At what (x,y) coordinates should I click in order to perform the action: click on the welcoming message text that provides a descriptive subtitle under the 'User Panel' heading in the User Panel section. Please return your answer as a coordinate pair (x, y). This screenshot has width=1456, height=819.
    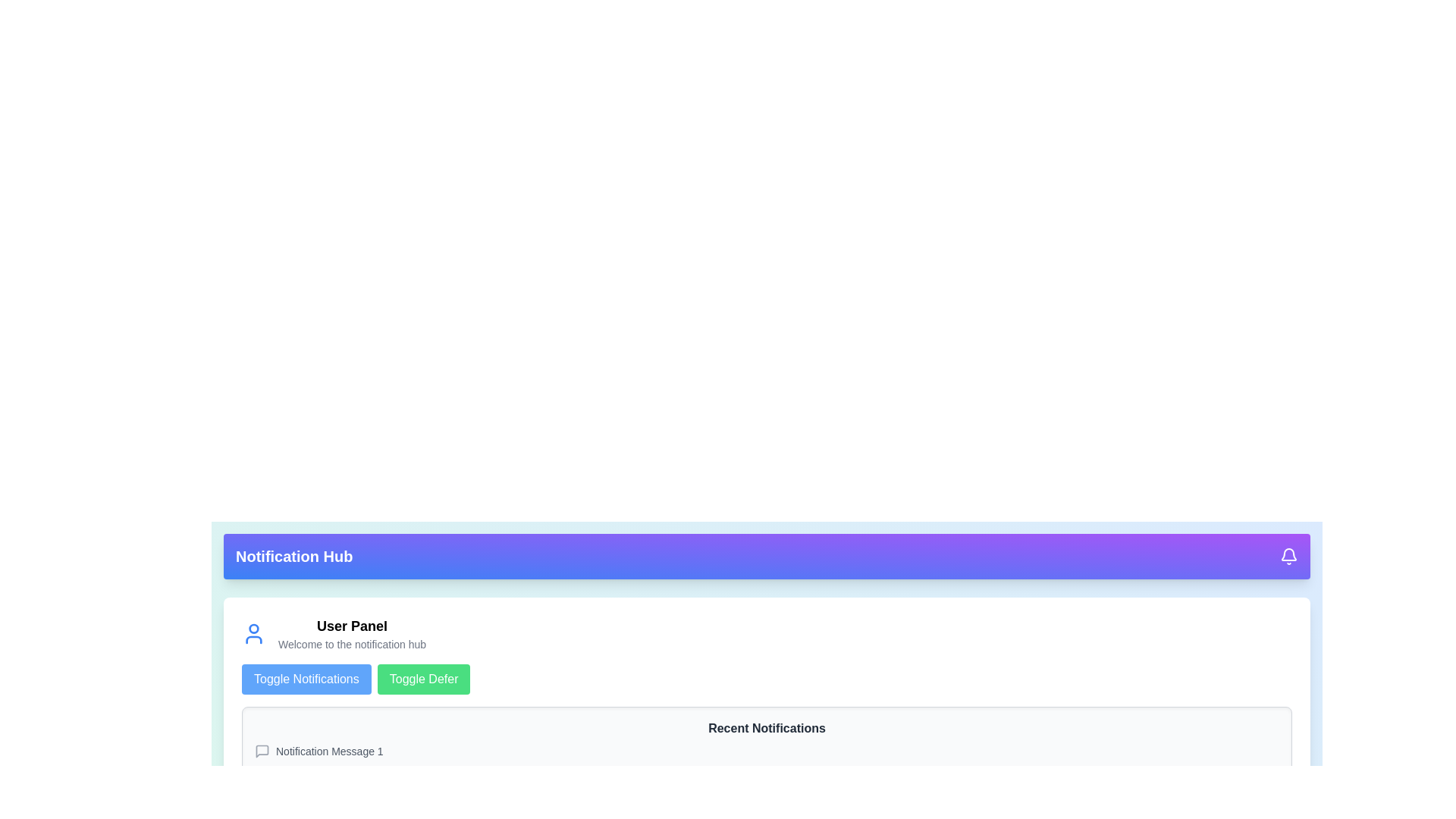
    Looking at the image, I should click on (351, 644).